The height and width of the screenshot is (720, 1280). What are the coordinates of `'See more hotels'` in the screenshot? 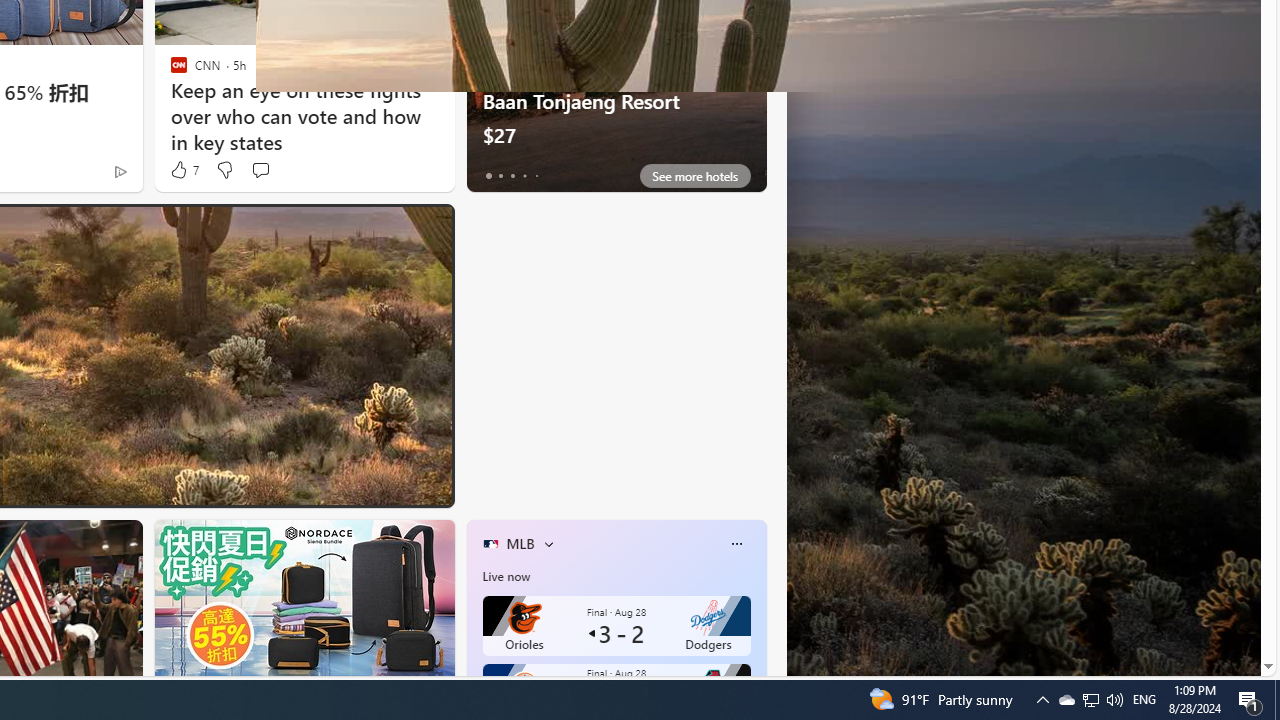 It's located at (695, 175).